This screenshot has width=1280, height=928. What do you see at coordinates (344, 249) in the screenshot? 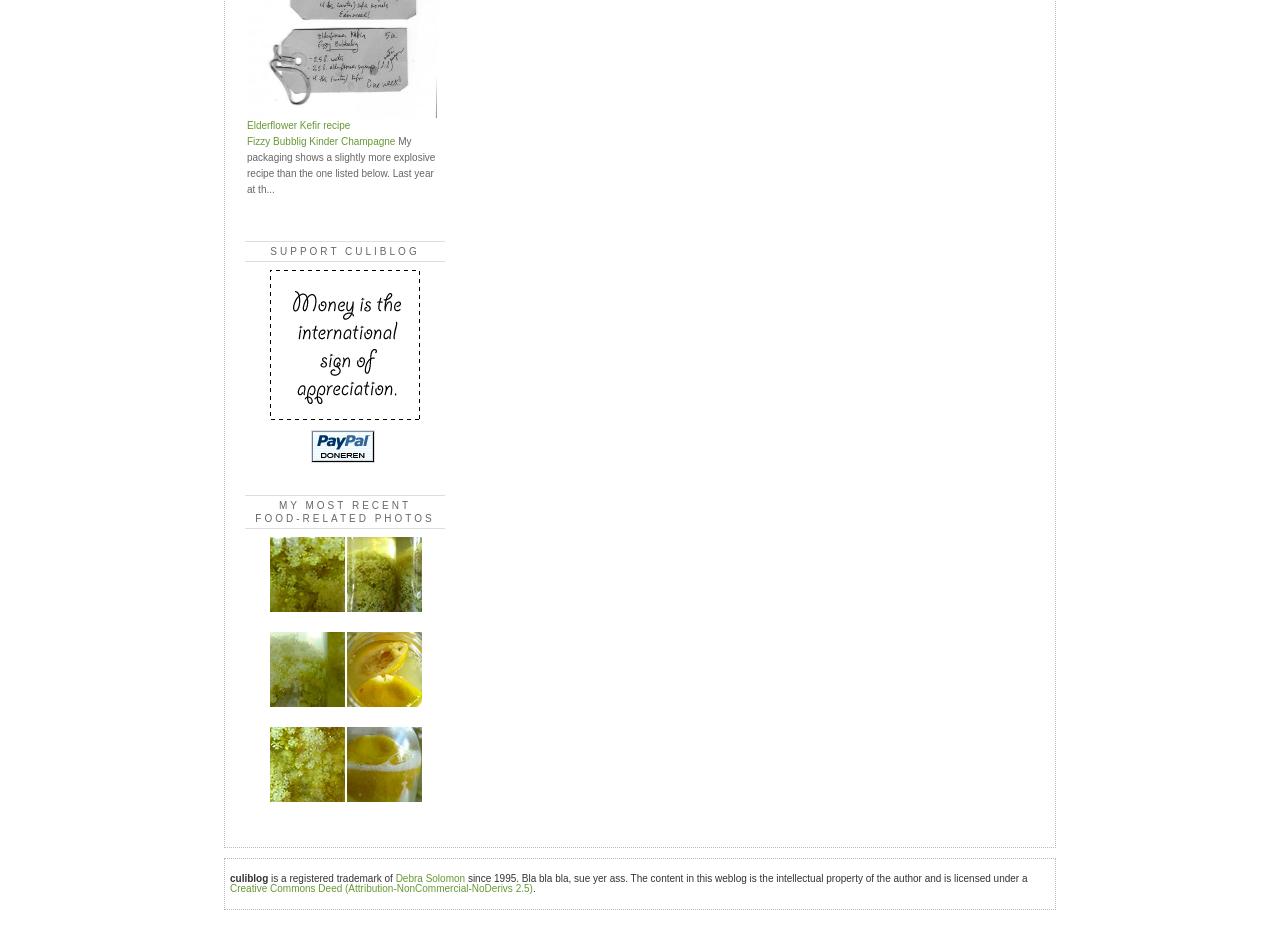
I see `'Support culiblog'` at bounding box center [344, 249].